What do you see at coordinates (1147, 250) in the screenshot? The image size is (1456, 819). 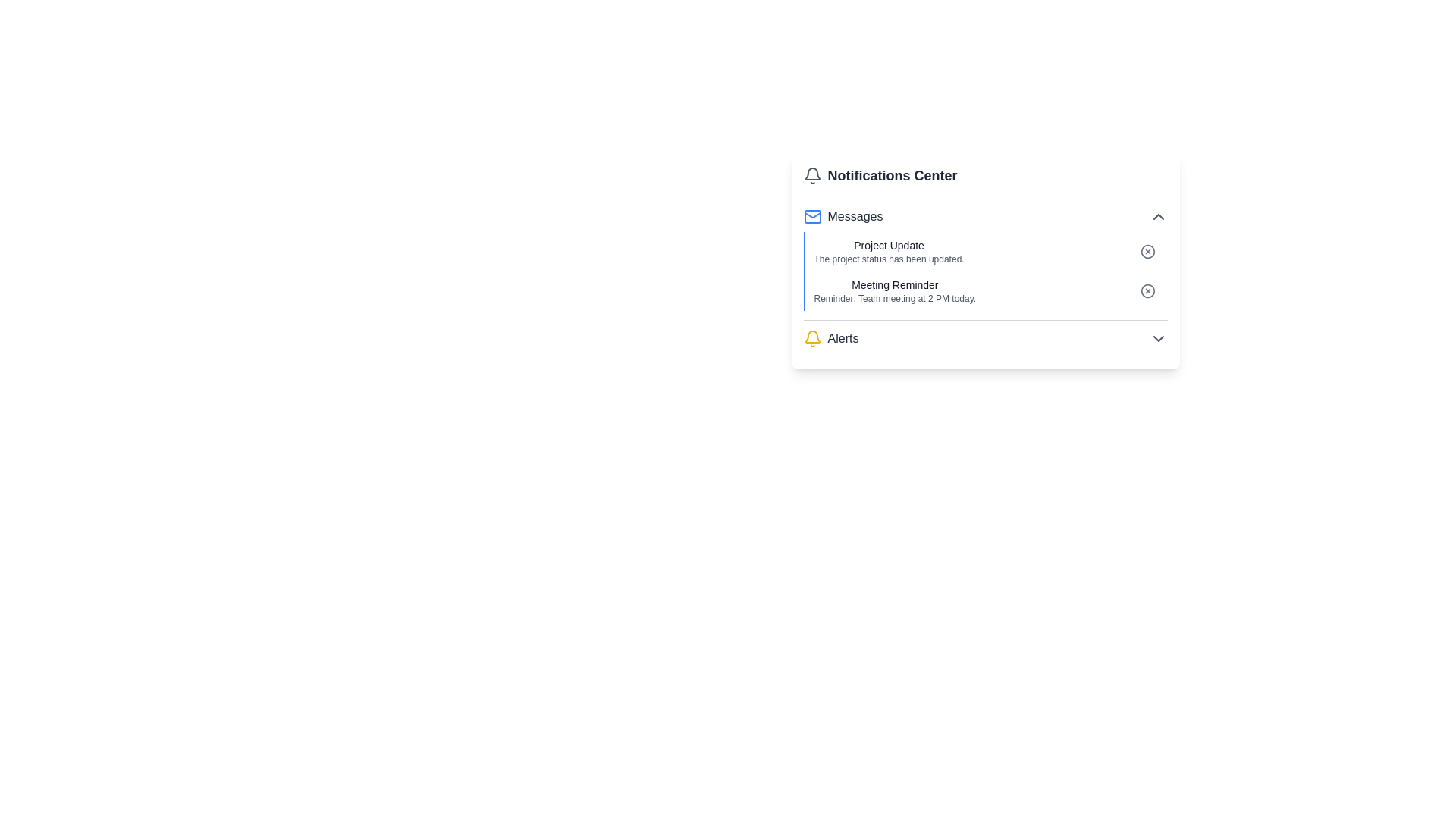 I see `the SVG circle element that represents a circular cancel or close action in the 'Messages' column of the notification widget` at bounding box center [1147, 250].